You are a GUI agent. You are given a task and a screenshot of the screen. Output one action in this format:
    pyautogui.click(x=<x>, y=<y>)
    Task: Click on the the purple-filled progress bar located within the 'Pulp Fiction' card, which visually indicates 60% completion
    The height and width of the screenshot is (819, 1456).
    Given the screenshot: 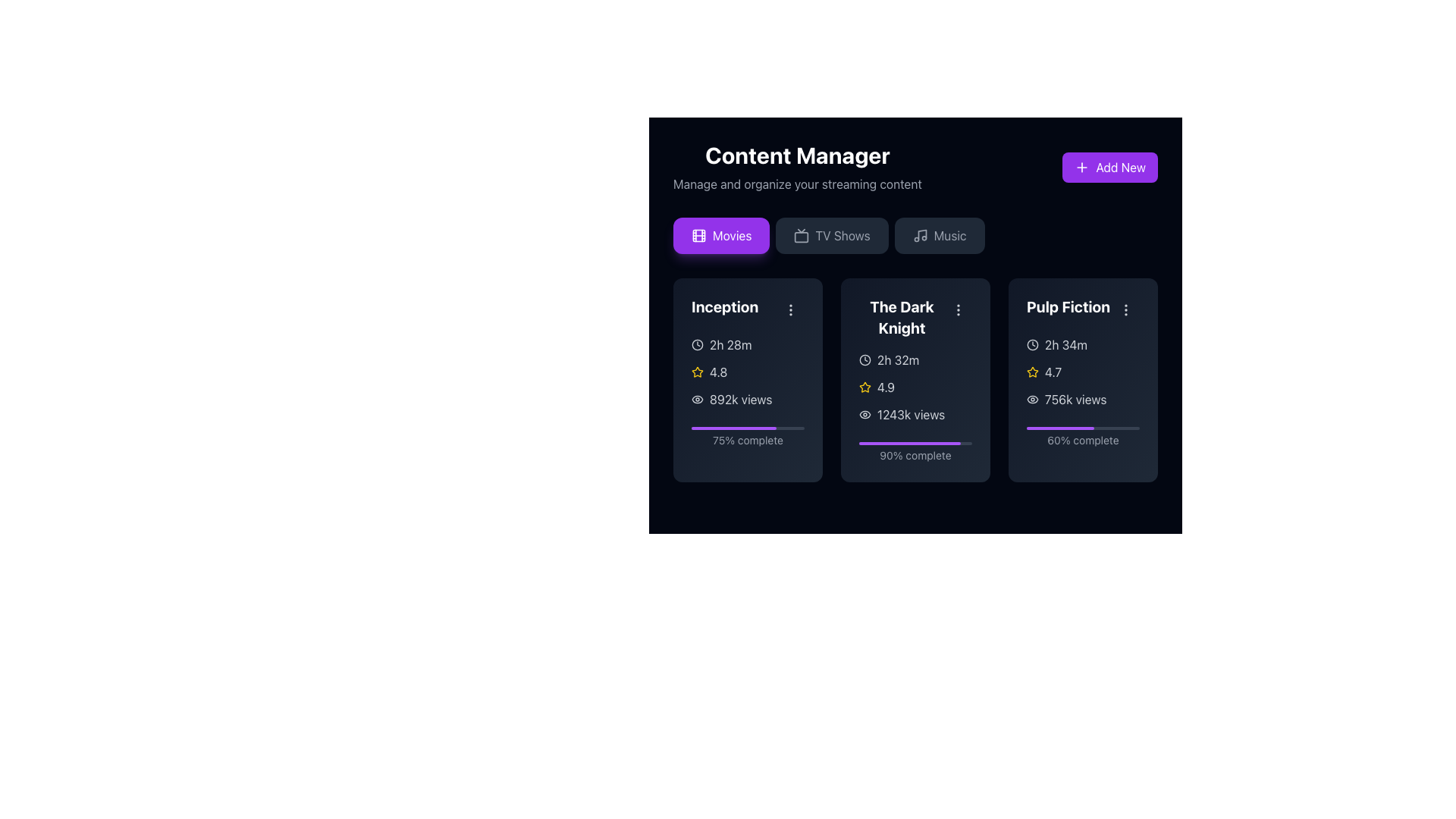 What is the action you would take?
    pyautogui.click(x=1059, y=428)
    